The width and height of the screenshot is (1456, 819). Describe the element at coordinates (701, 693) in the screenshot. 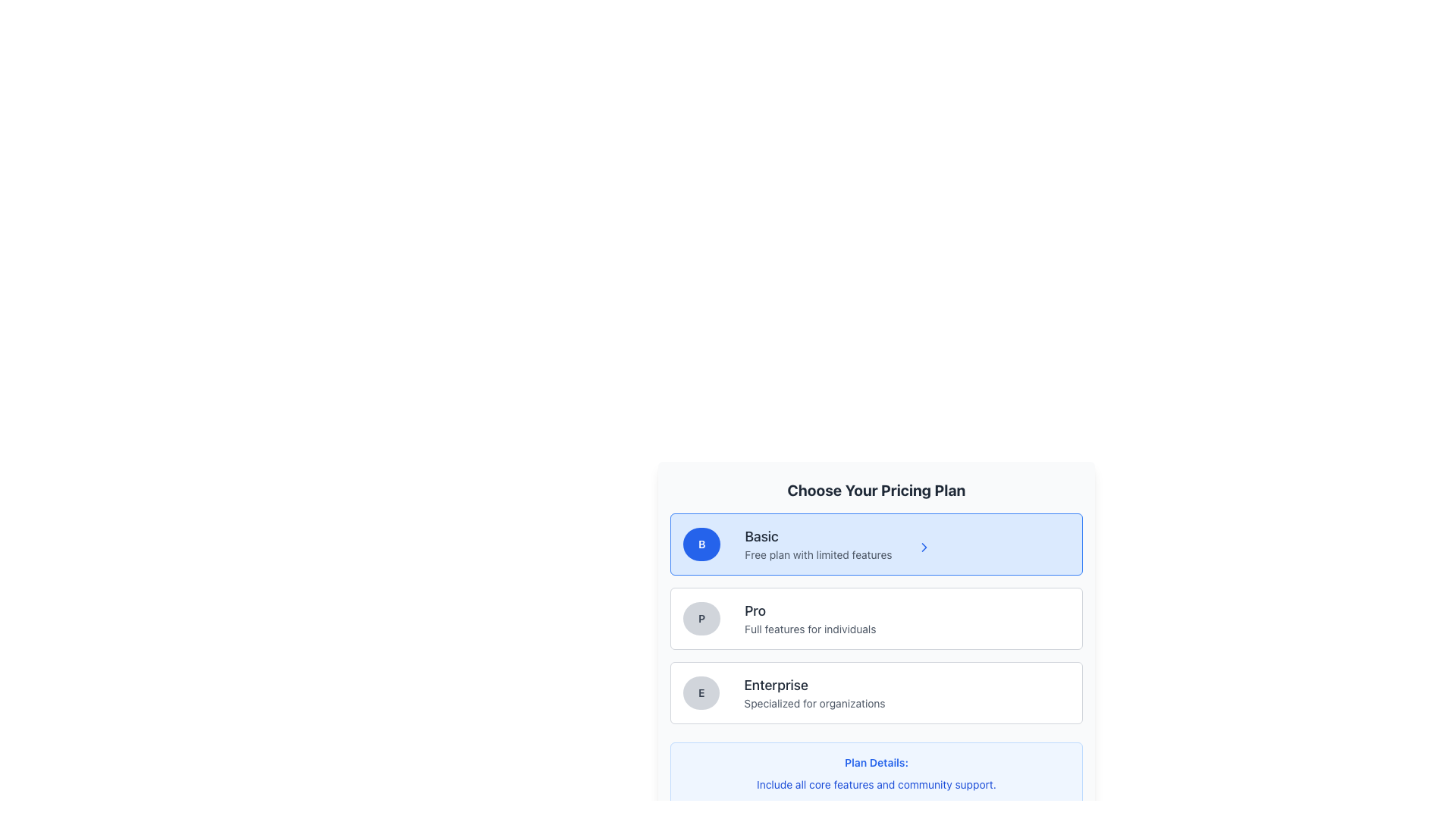

I see `the circular badge with a light gray background and the letter 'E' in dark gray bold font, located in the third option of the pricing plan selection interface for the 'Enterprise' plan` at that location.